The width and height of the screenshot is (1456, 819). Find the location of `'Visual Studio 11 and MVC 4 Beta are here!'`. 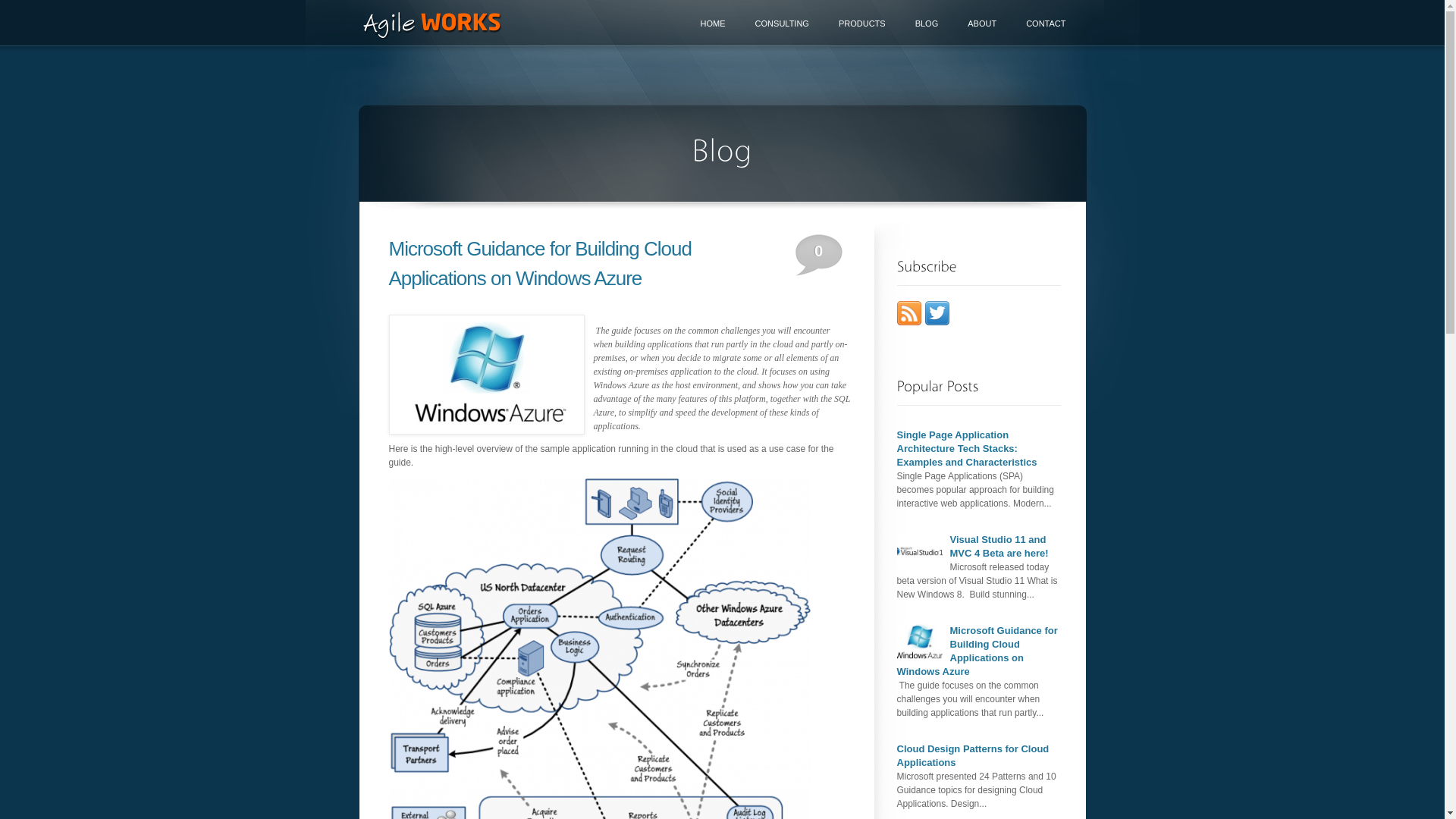

'Visual Studio 11 and MVC 4 Beta are here!' is located at coordinates (998, 546).